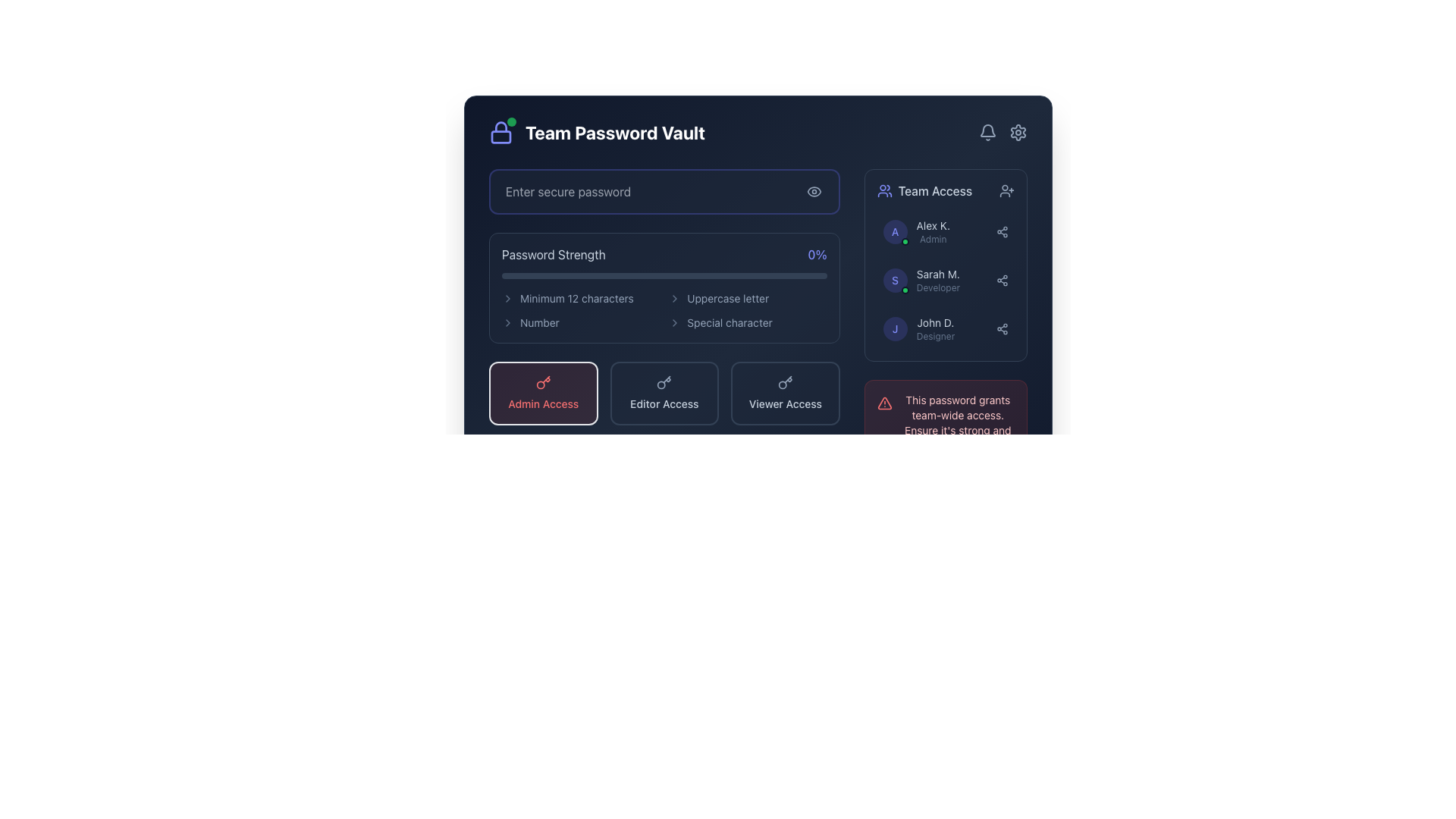 The width and height of the screenshot is (1456, 819). I want to click on the Profile Icon for user 'Alex K.' in the 'Team Access' section, so click(895, 231).